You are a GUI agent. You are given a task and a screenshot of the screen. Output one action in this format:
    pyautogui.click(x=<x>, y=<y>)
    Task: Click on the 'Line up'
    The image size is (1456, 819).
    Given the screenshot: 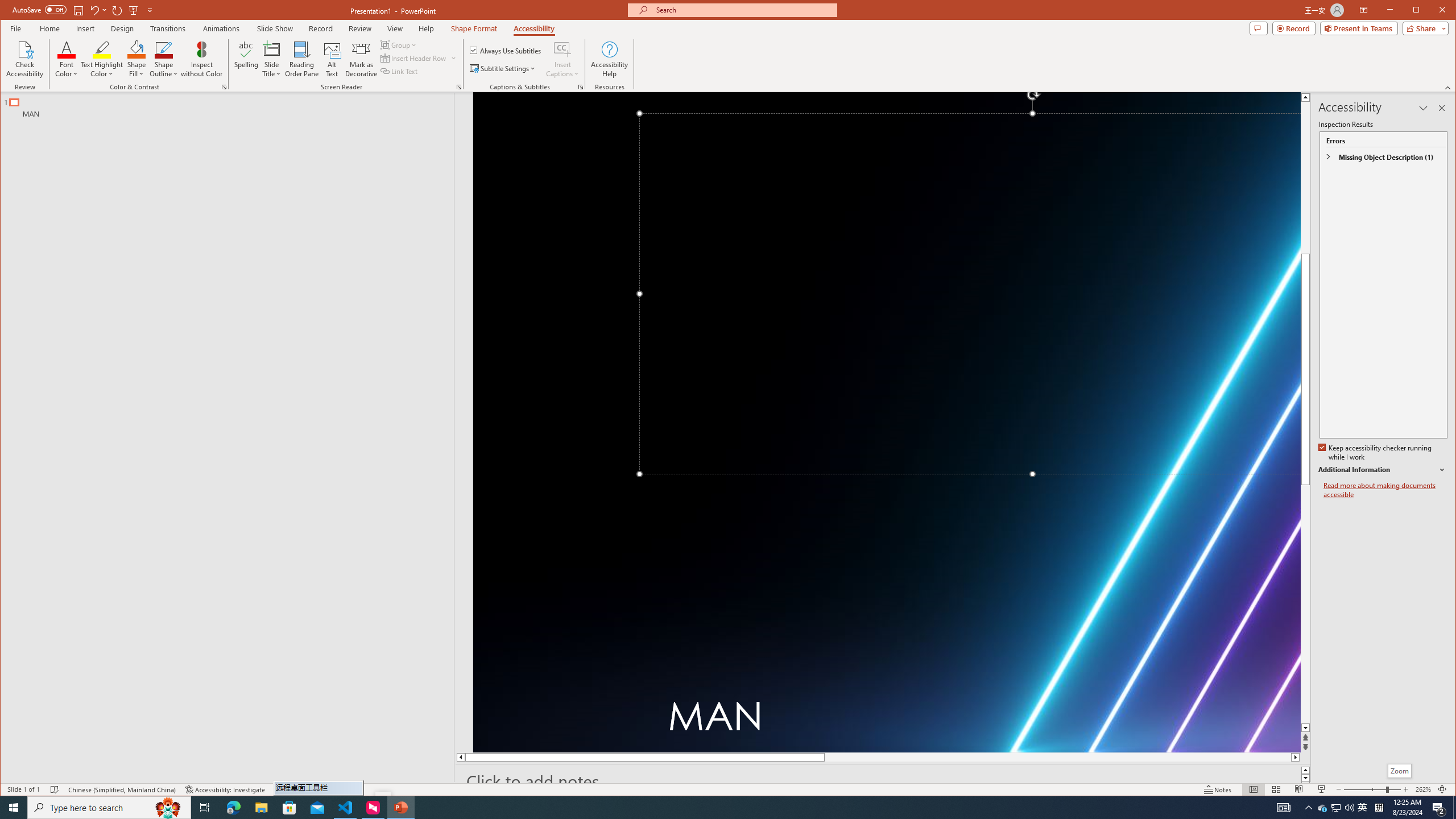 What is the action you would take?
    pyautogui.click(x=1305, y=96)
    